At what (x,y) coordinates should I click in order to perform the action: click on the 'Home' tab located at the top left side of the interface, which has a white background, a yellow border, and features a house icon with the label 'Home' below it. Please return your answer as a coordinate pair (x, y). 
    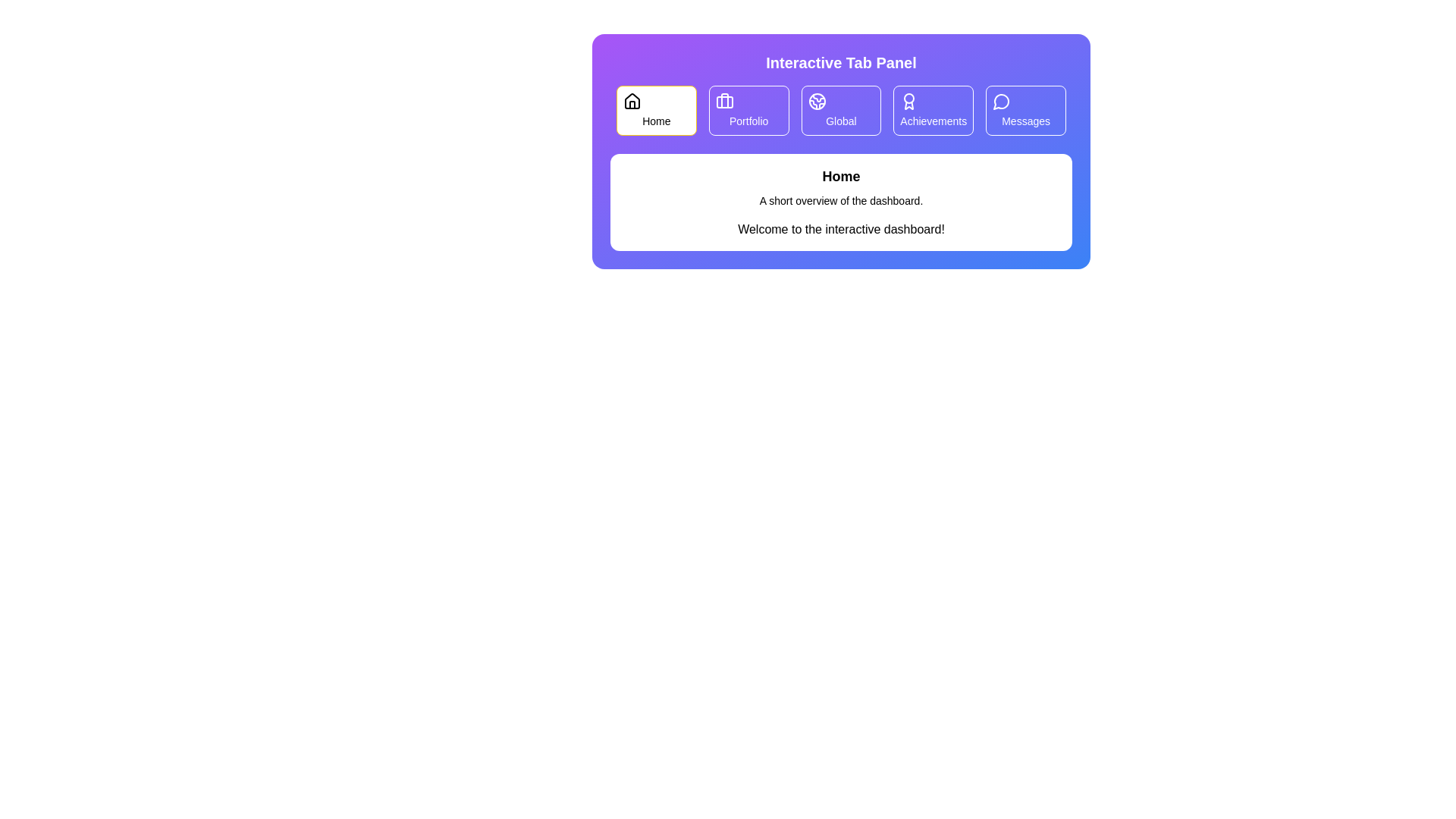
    Looking at the image, I should click on (656, 110).